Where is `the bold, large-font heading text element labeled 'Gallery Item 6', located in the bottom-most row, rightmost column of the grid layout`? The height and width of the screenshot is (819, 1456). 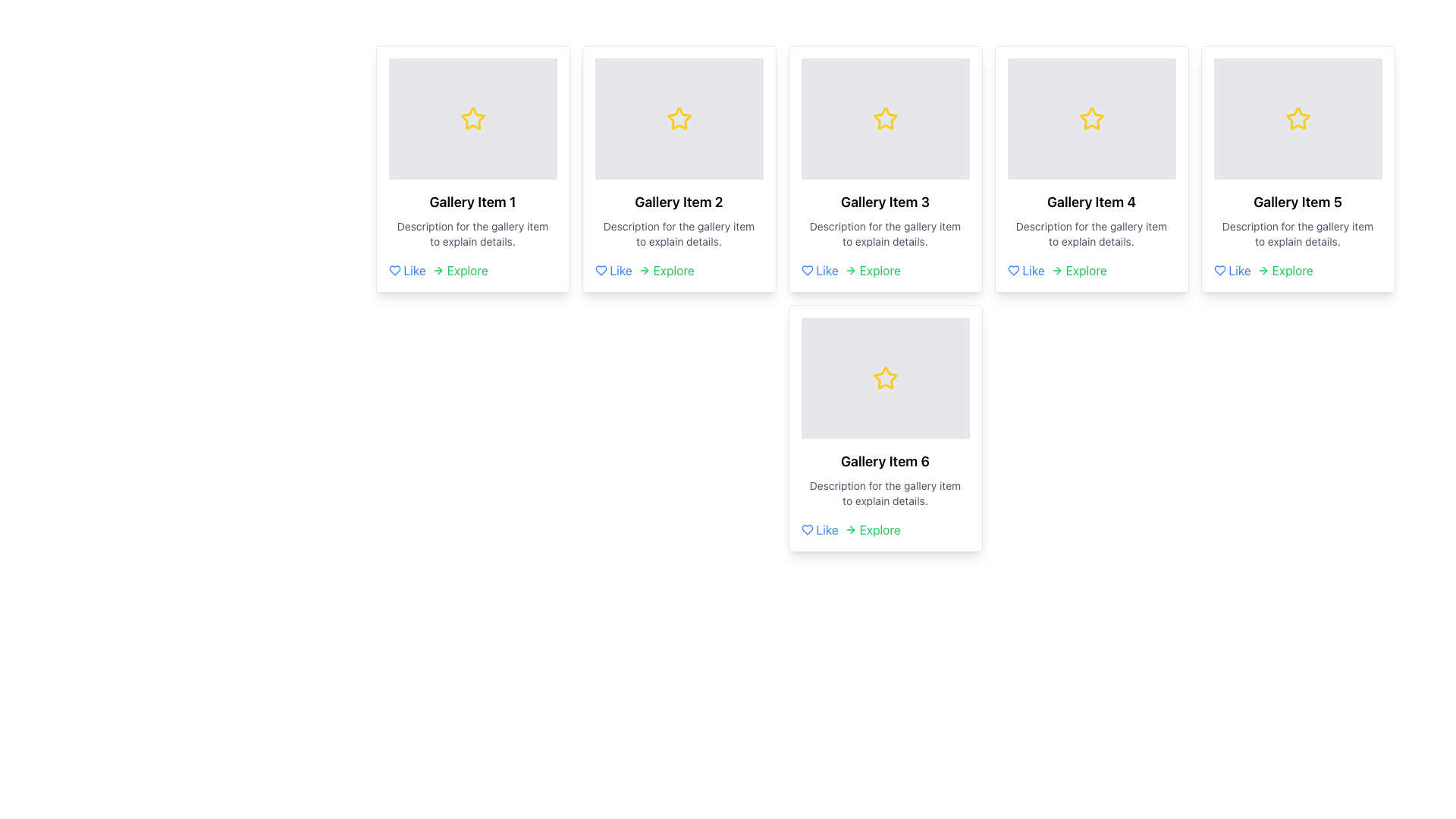 the bold, large-font heading text element labeled 'Gallery Item 6', located in the bottom-most row, rightmost column of the grid layout is located at coordinates (885, 461).